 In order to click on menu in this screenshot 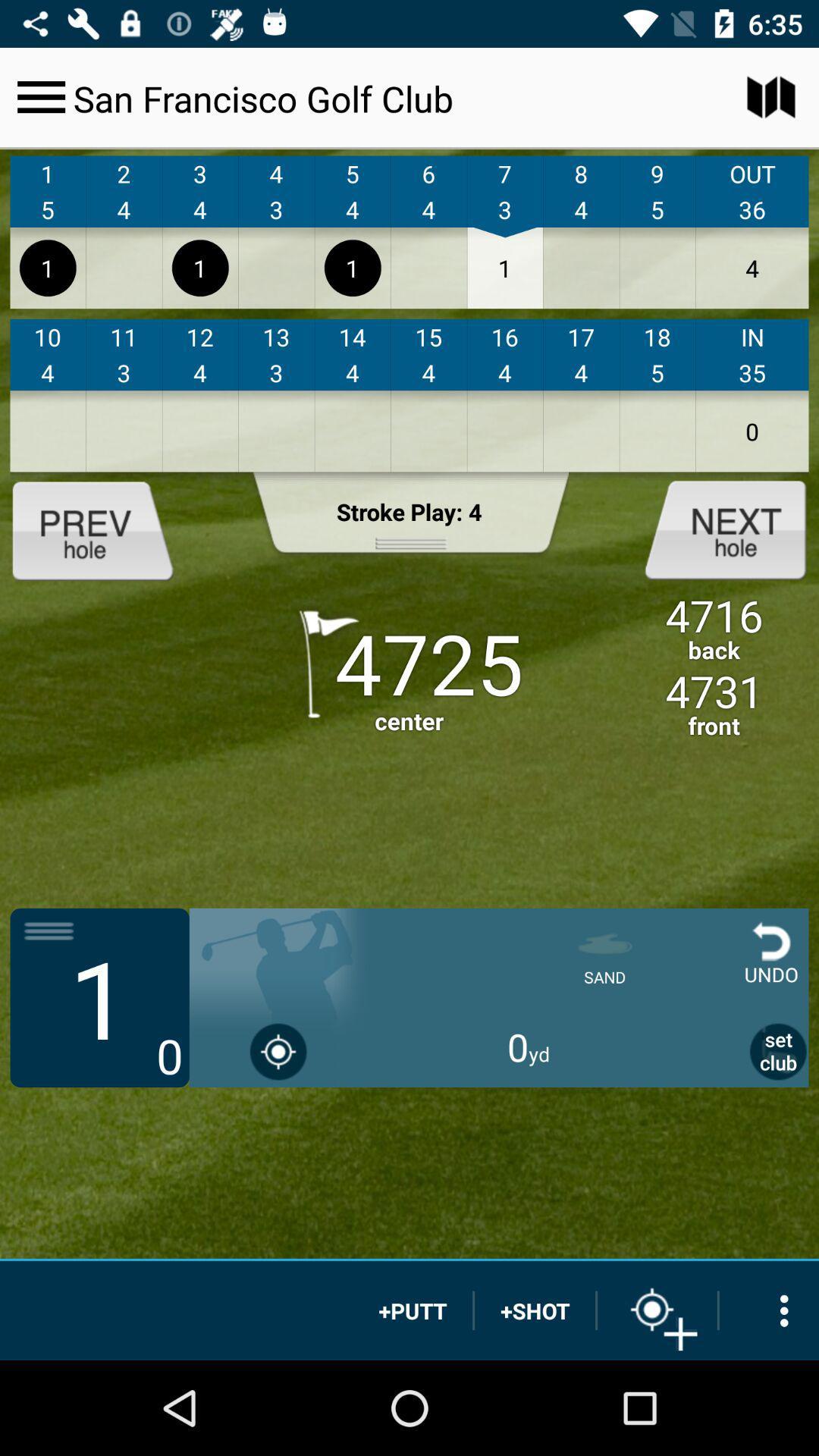, I will do `click(40, 96)`.